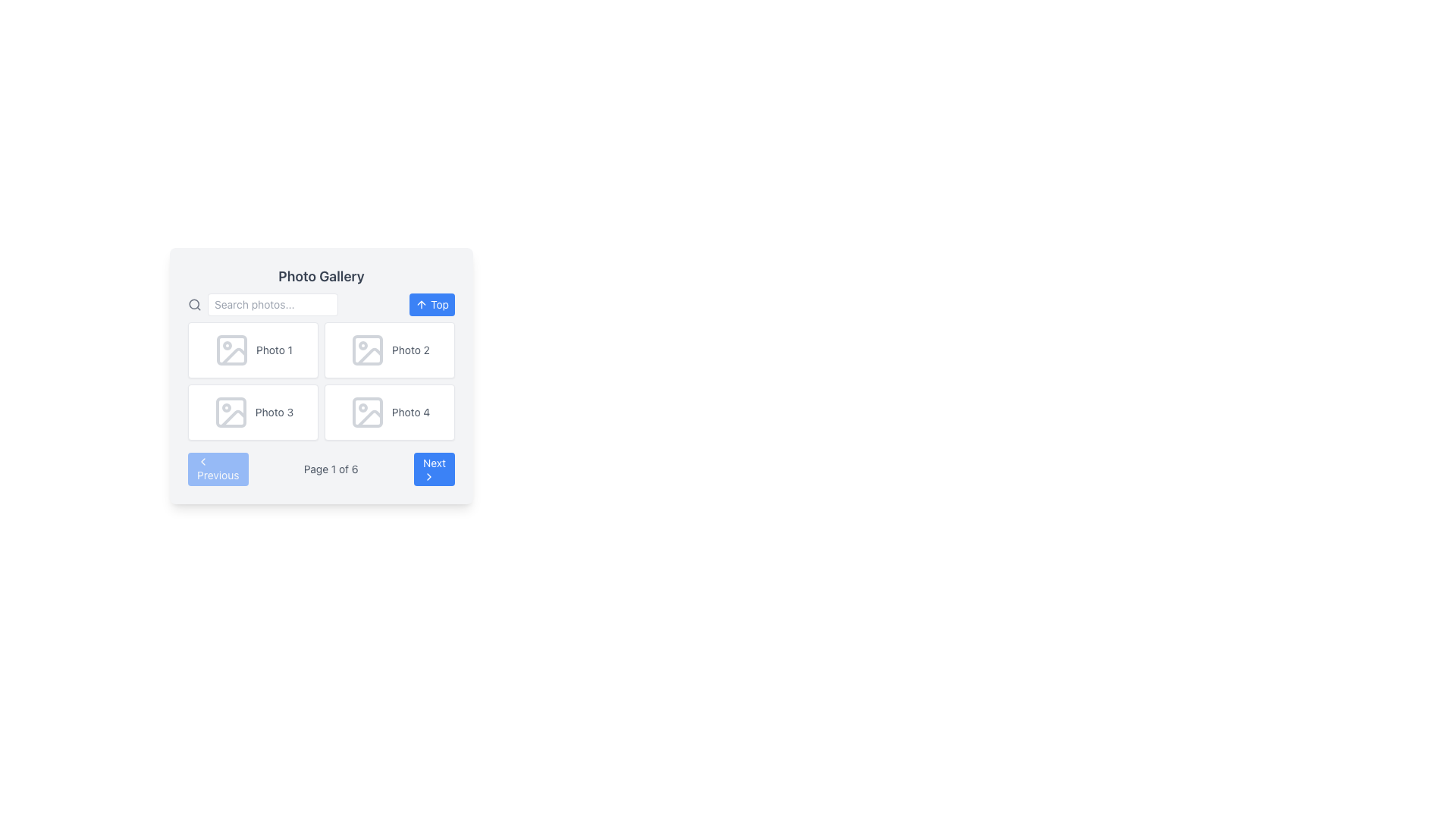 The image size is (1456, 819). I want to click on the search bar with rounded corners that has the placeholder text 'Search photos...', so click(262, 304).